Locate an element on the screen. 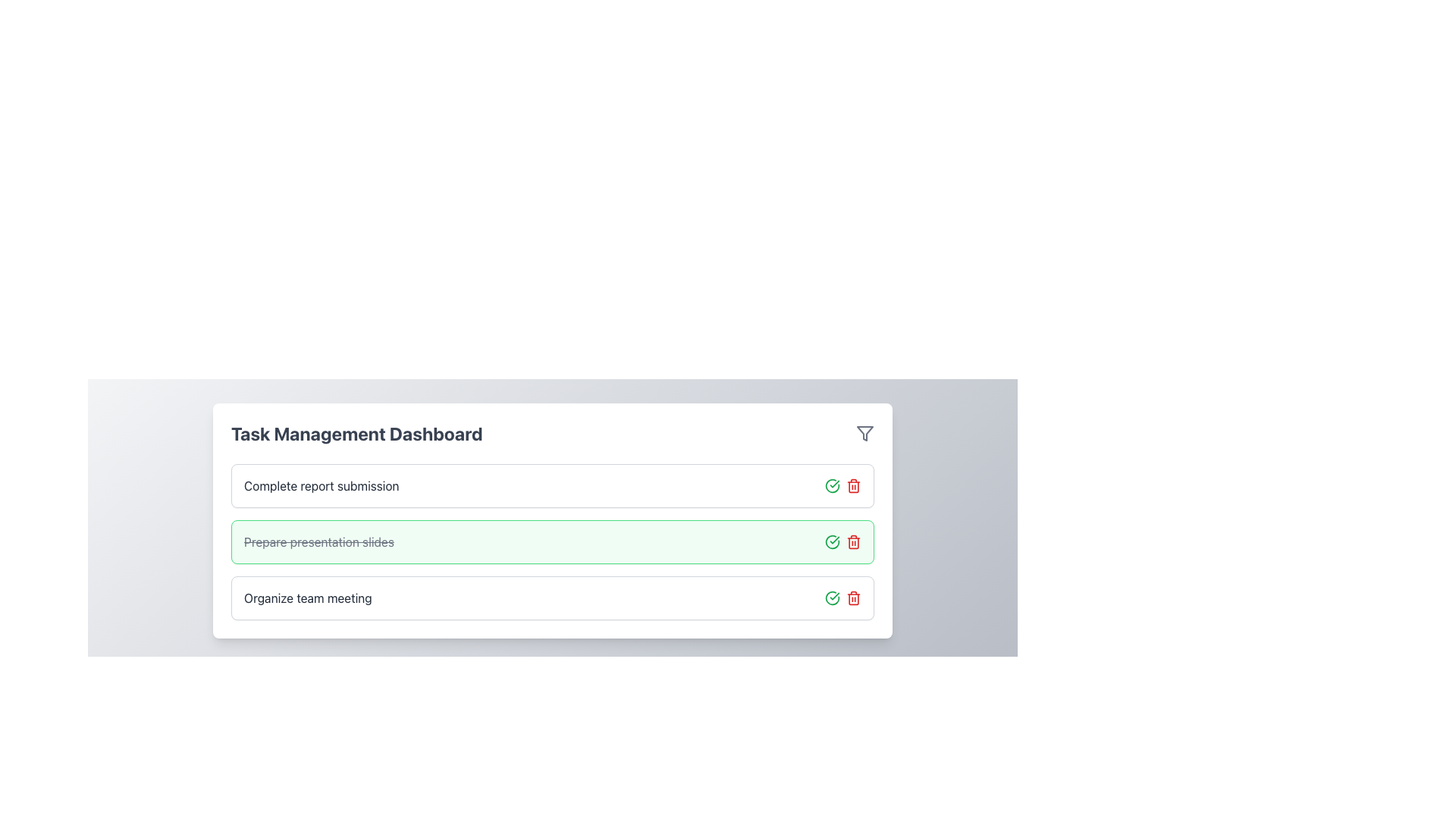 The width and height of the screenshot is (1456, 819). the green circular checkmark icon located is located at coordinates (832, 598).